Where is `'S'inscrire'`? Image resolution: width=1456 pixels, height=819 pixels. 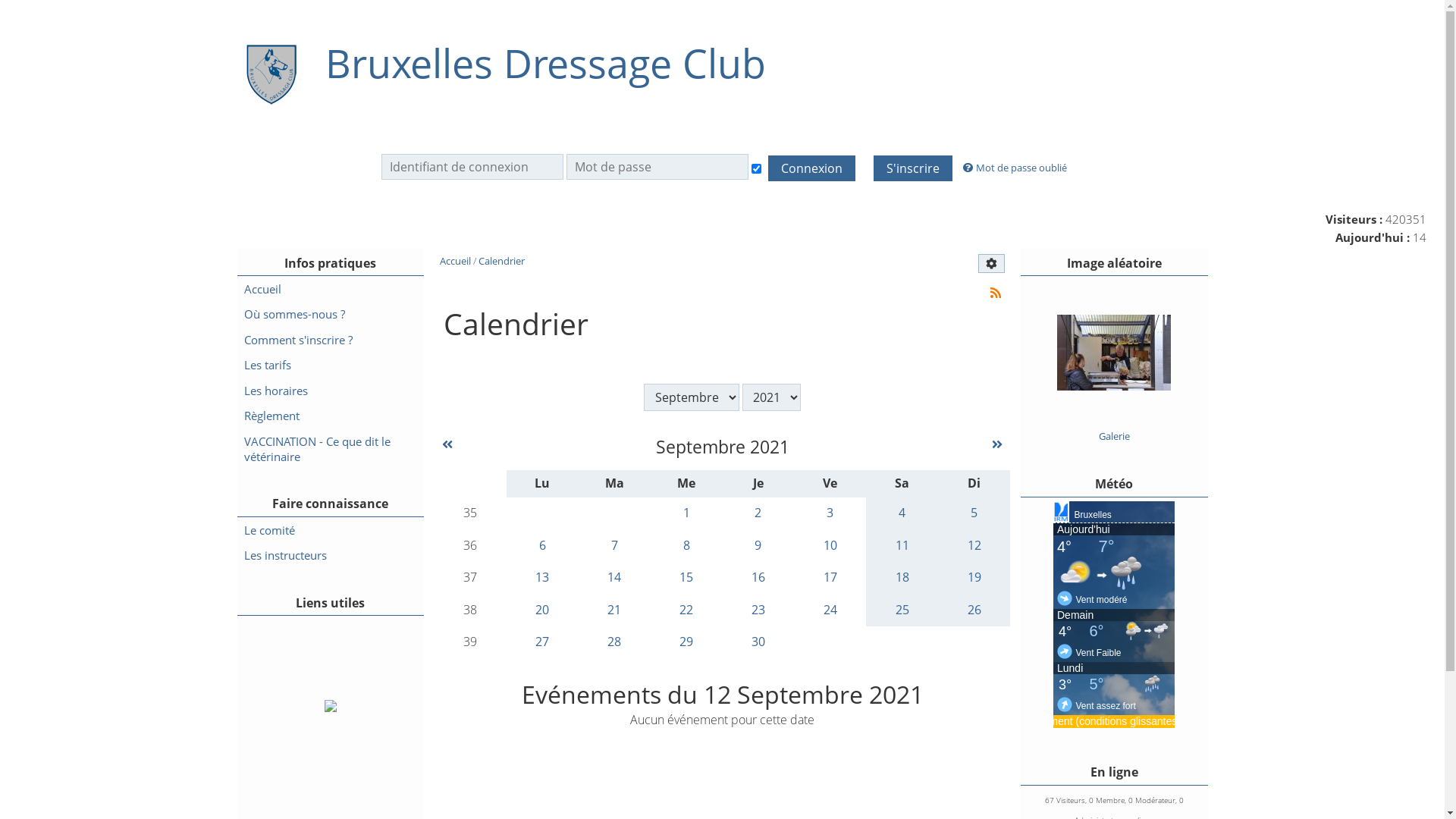
'S'inscrire' is located at coordinates (912, 168).